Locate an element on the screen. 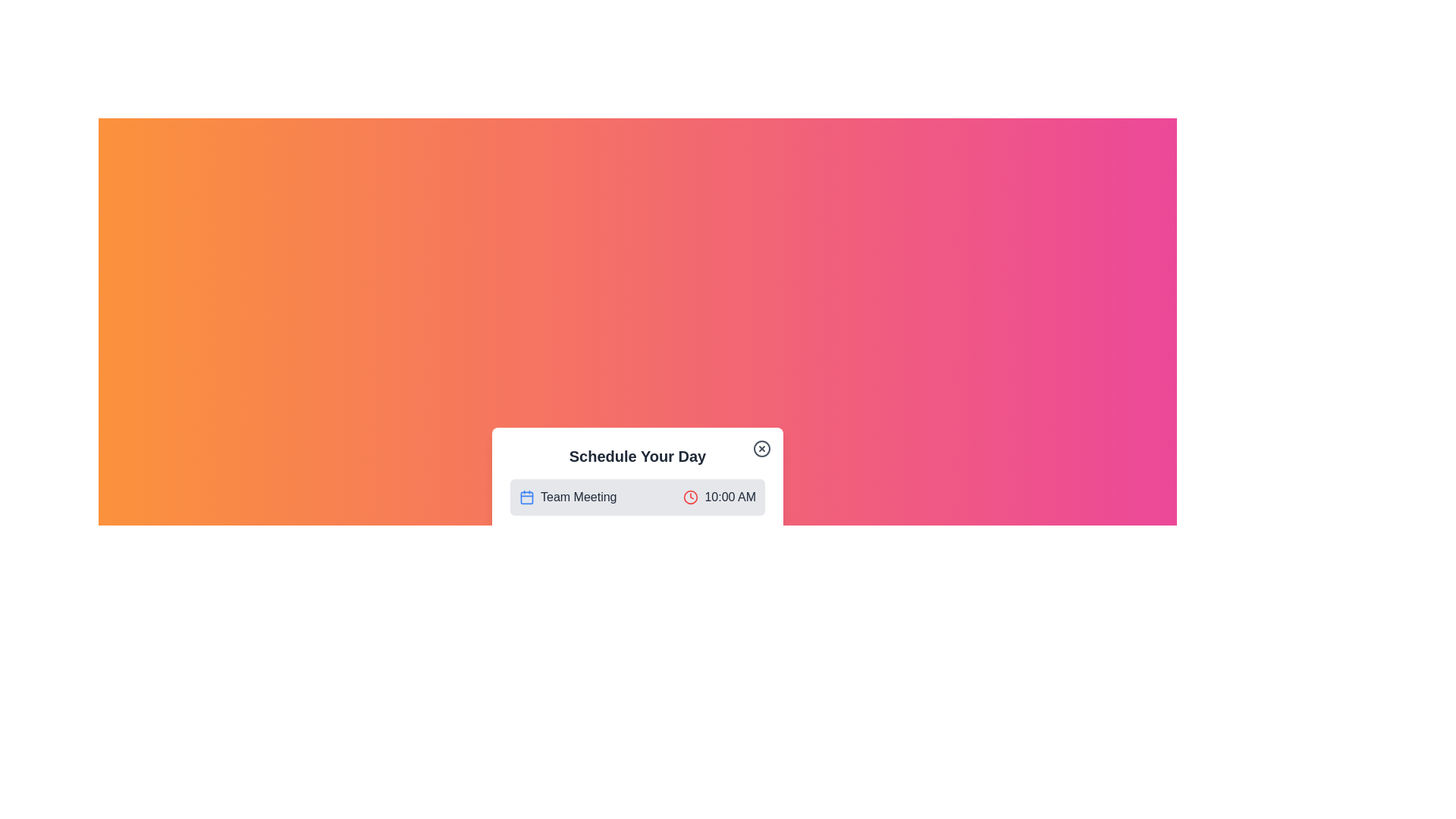 Image resolution: width=1456 pixels, height=819 pixels. the calendar icon which is light blue and positioned to the left of the text 'Team Meeting' within the modal component is located at coordinates (527, 497).